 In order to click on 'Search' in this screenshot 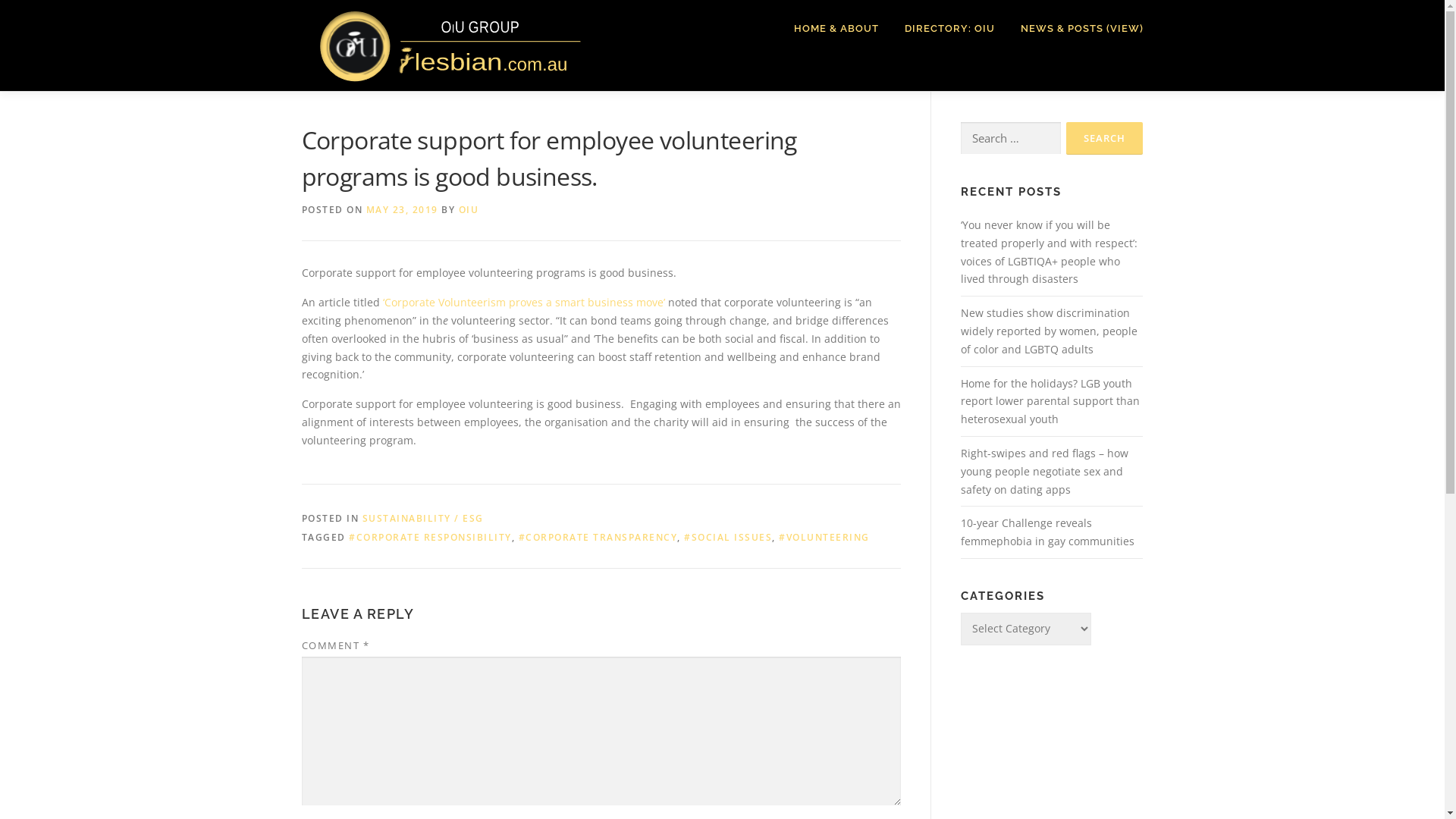, I will do `click(1065, 138)`.